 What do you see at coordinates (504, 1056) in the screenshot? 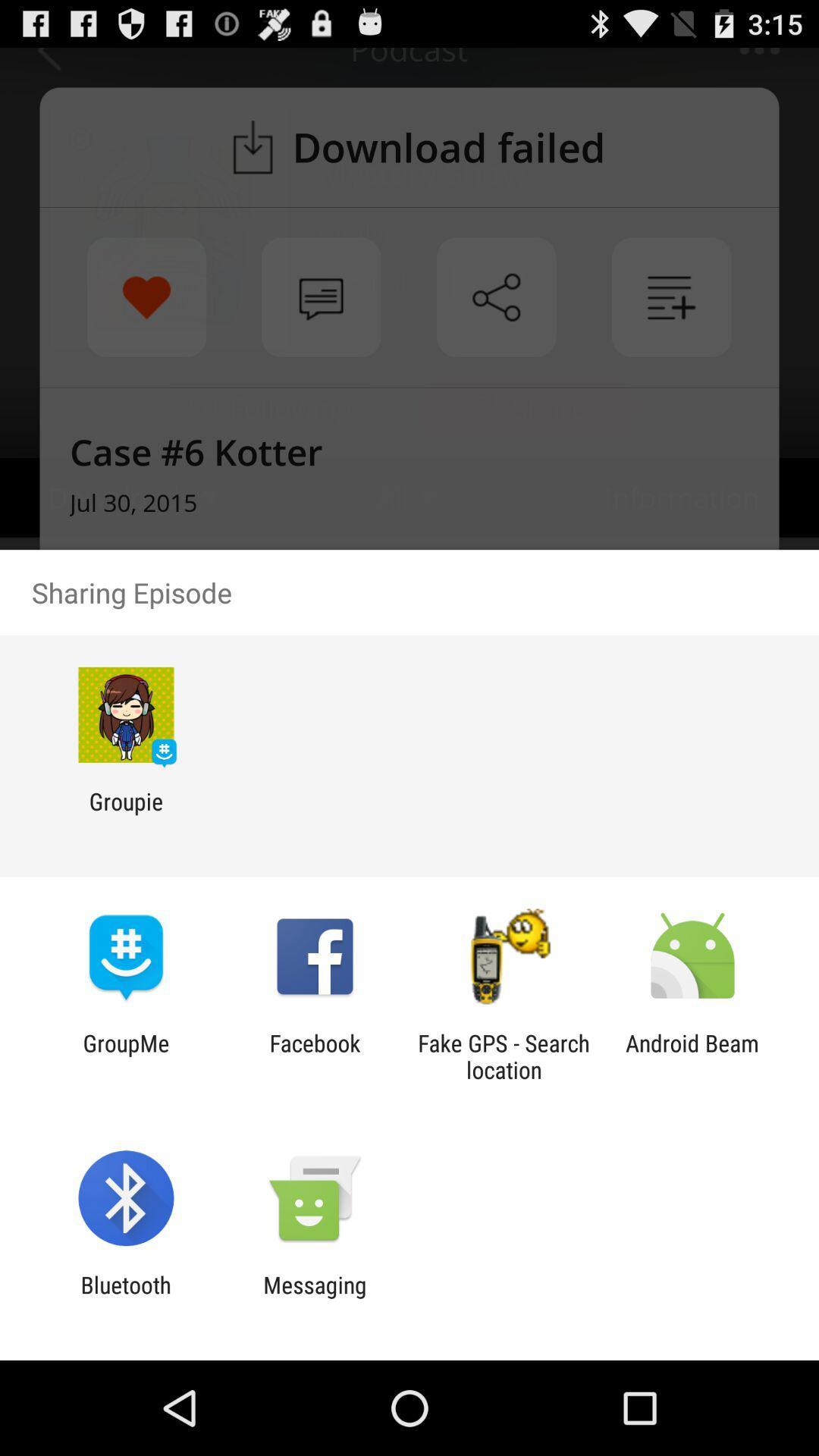
I see `icon to the left of android beam icon` at bounding box center [504, 1056].